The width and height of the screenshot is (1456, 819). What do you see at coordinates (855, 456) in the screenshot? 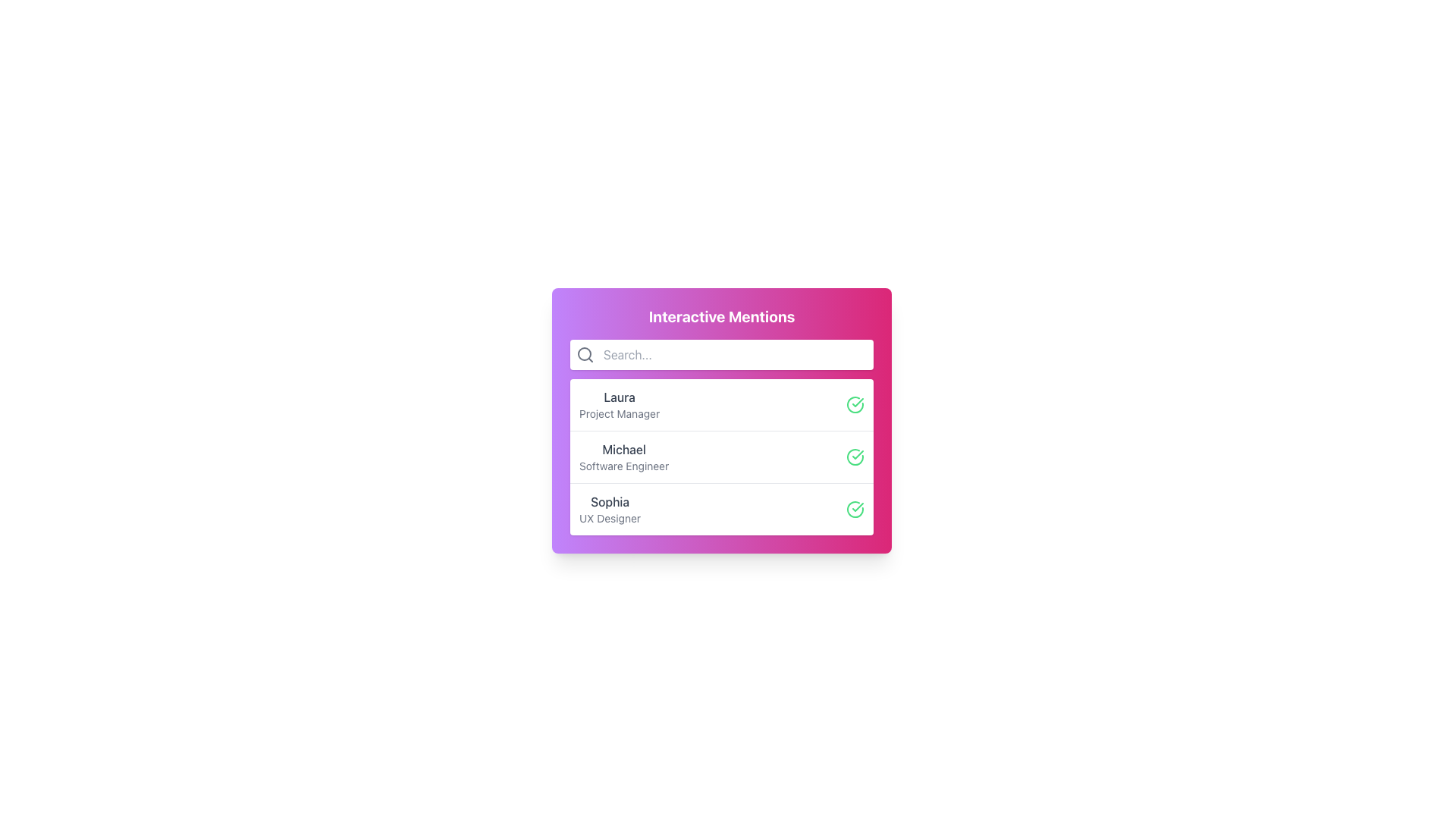
I see `the status indicator icon for the second entry associated with 'Michael', the 'Software Engineer', to confirm selection` at bounding box center [855, 456].